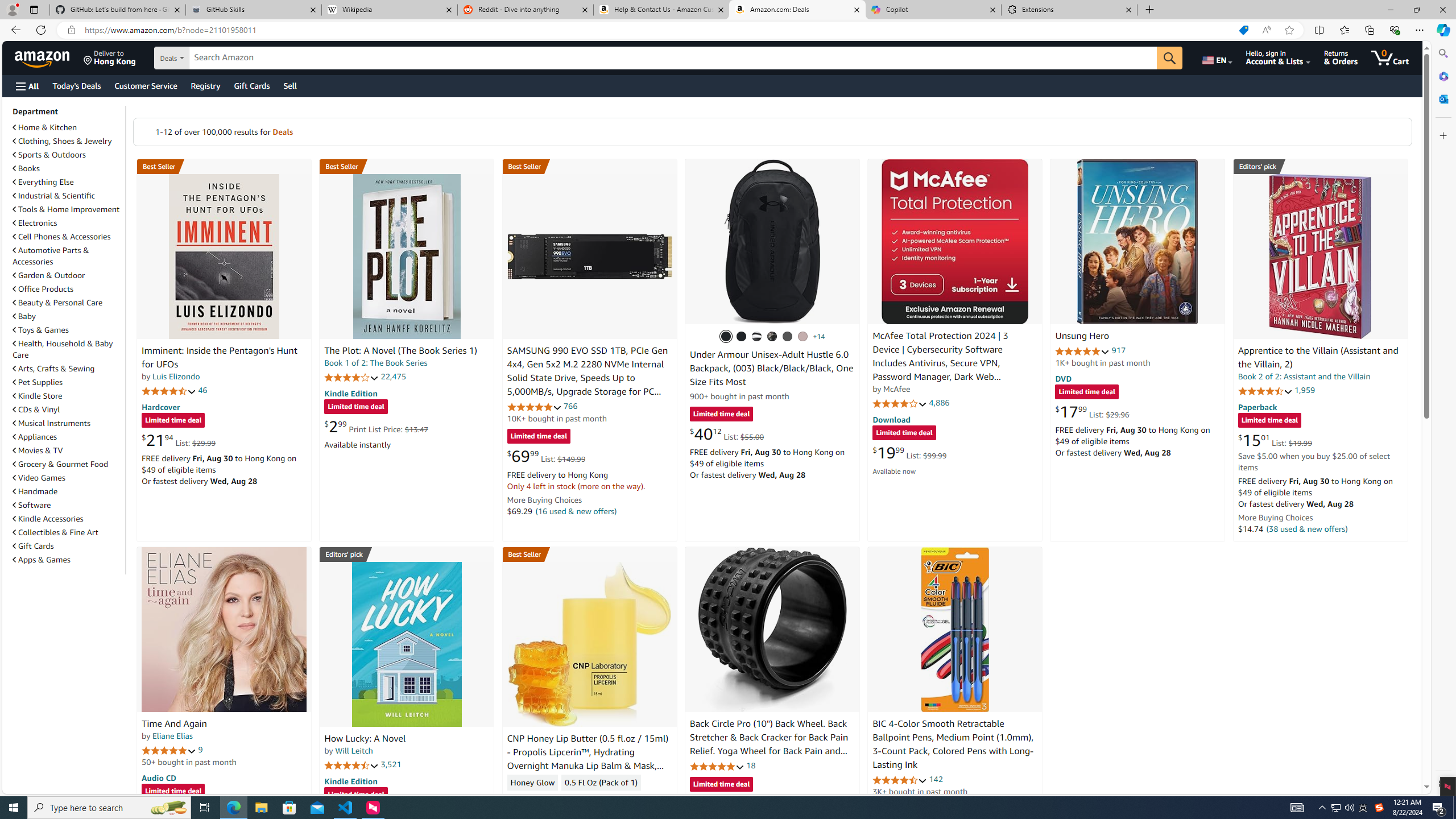 The image size is (1456, 819). I want to click on 'Automotive Parts & Accessories', so click(67, 255).